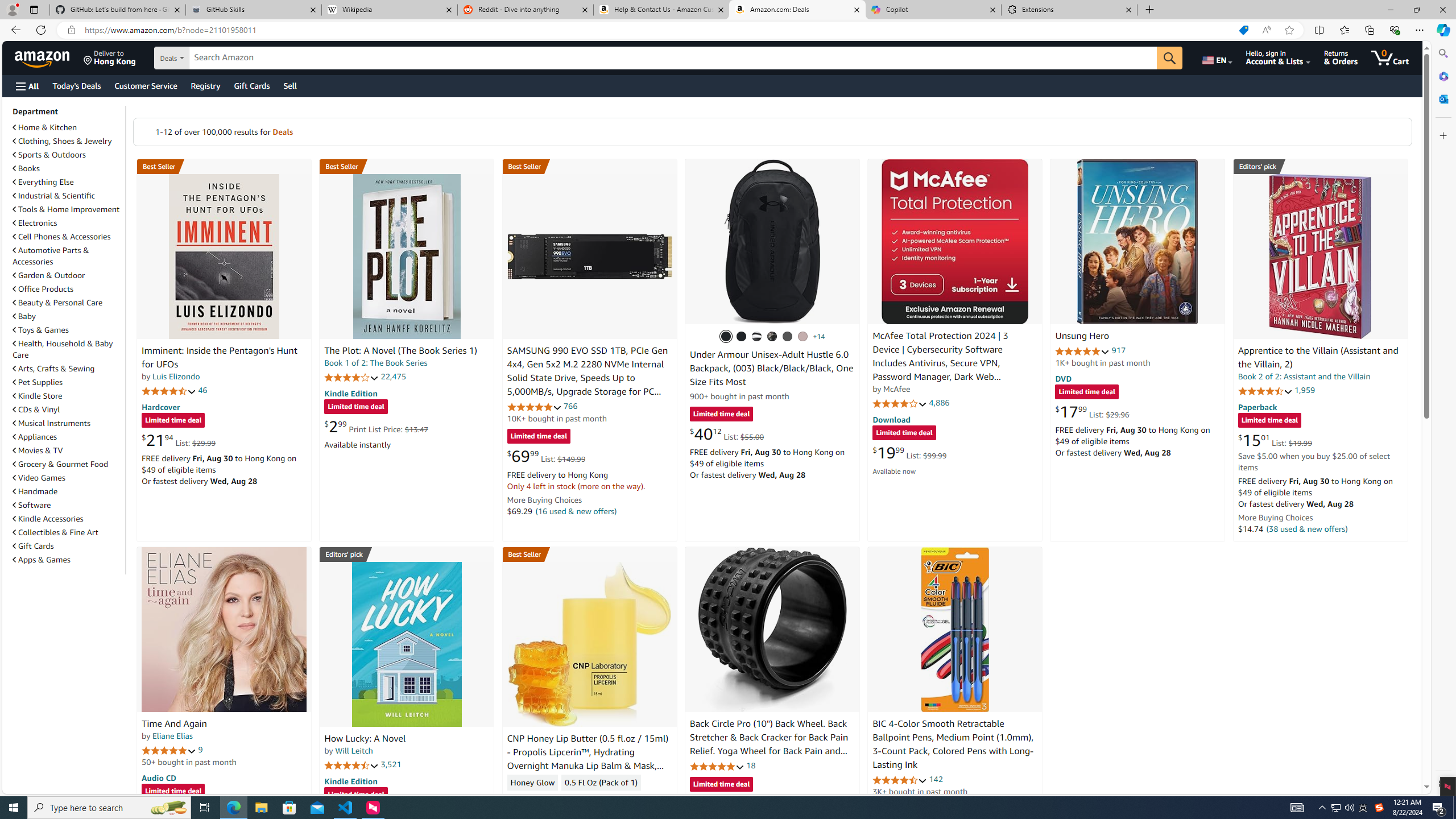 The image size is (1456, 819). I want to click on 'Automotive Parts & Accessories', so click(67, 255).